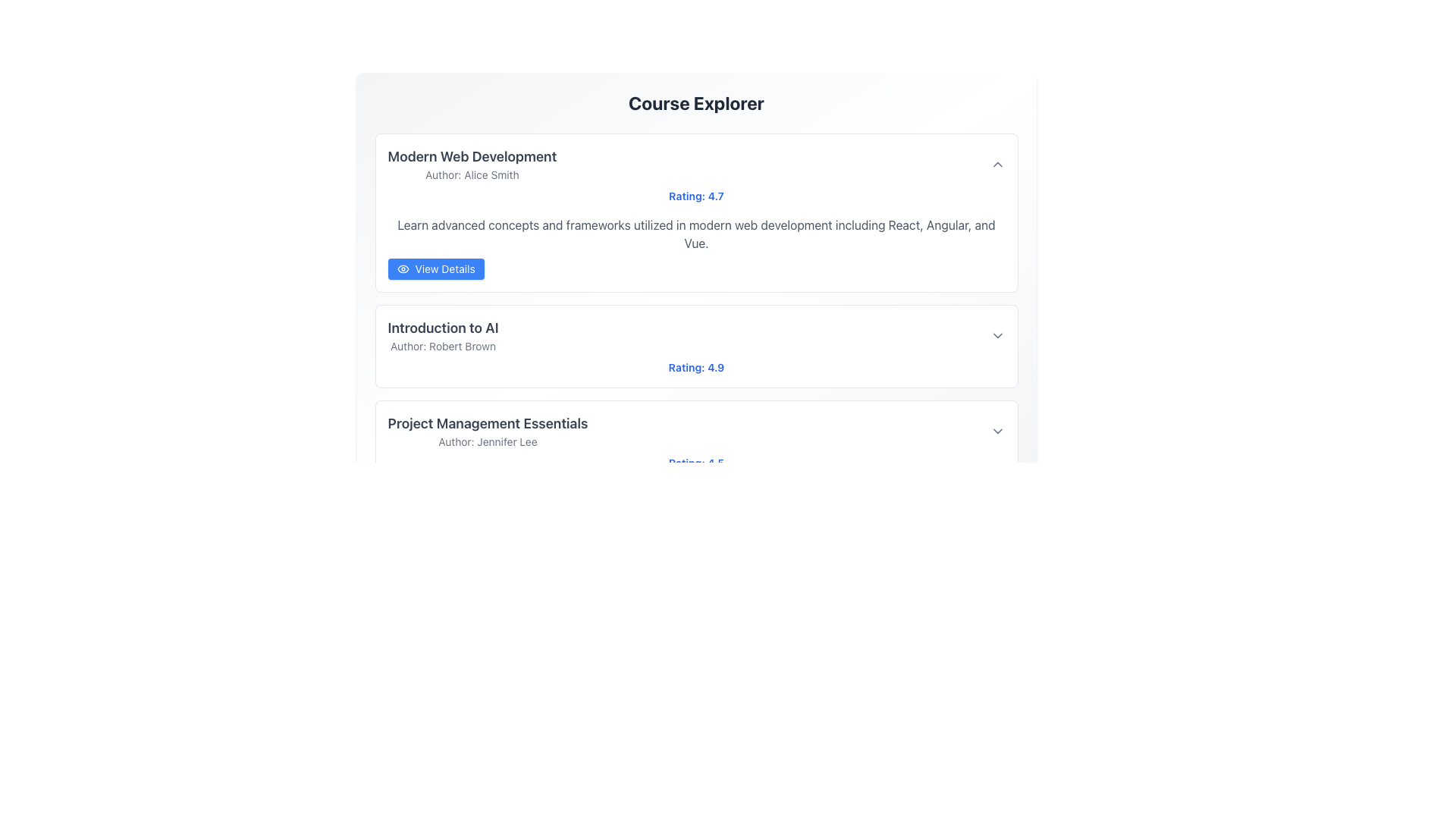  I want to click on the Text Label displaying 'Introduction to AI', which is styled in a larger bold font and is located above the subtitle 'Author: Robert Brown' in the Course Explorer section, so click(442, 327).